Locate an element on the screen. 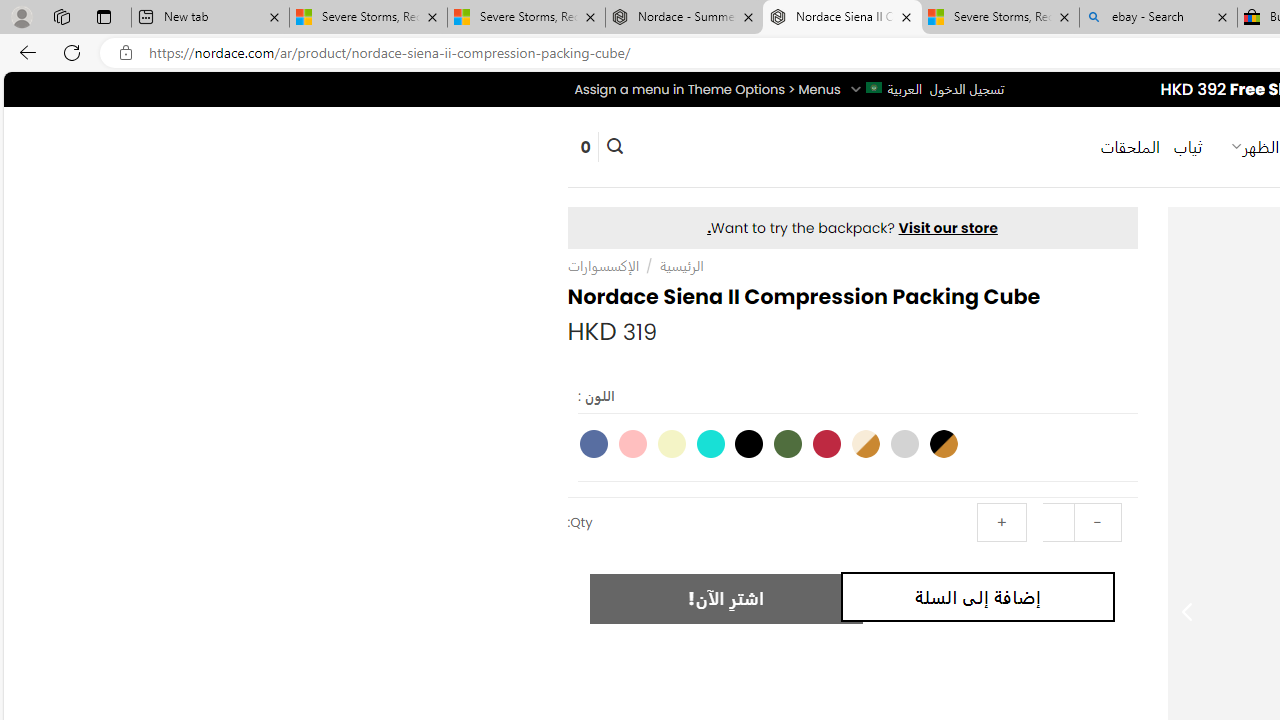 The height and width of the screenshot is (720, 1280). 'Tab actions menu' is located at coordinates (103, 16).